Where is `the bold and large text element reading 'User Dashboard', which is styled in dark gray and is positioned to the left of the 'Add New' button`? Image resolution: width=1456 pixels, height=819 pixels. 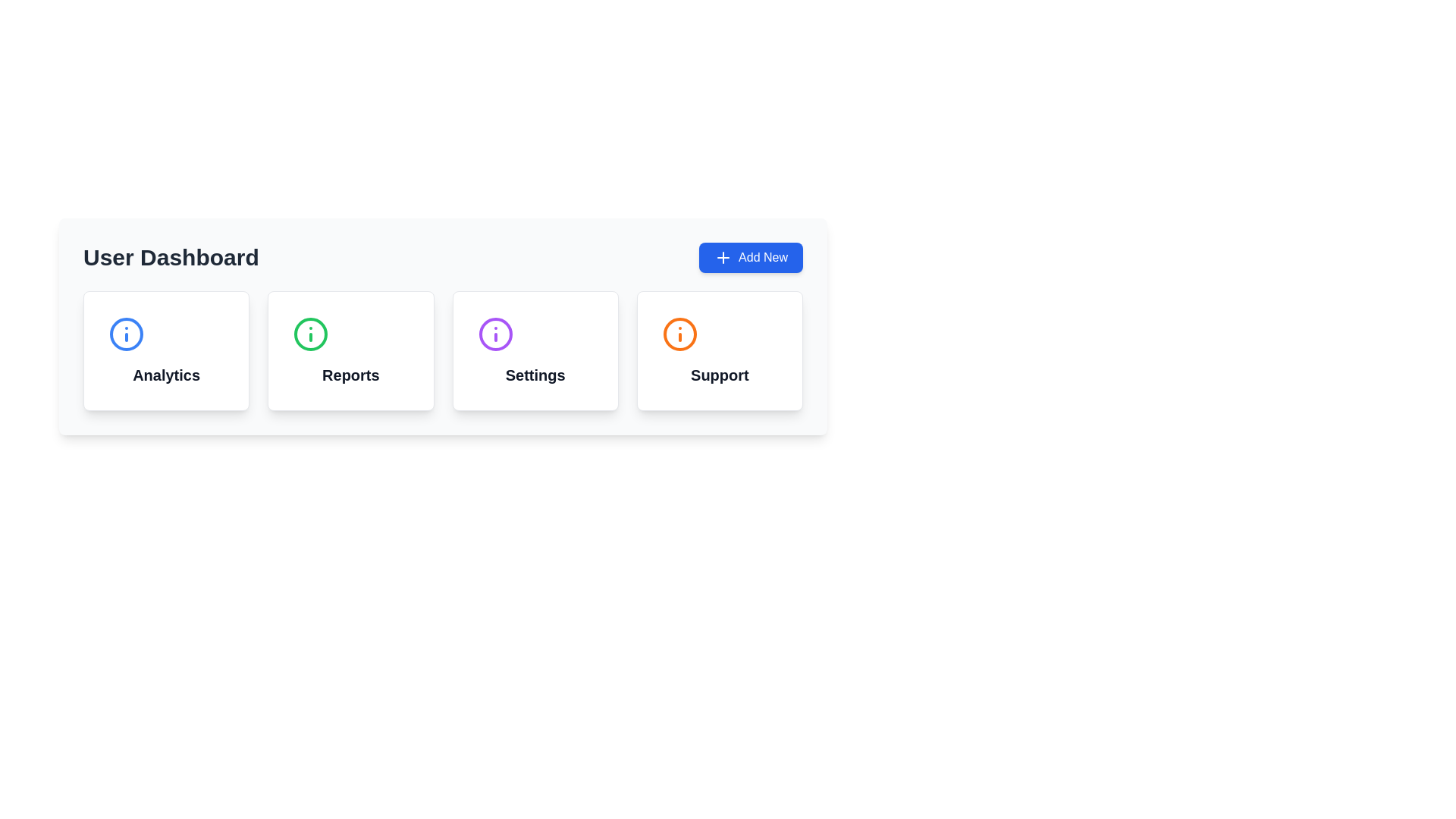
the bold and large text element reading 'User Dashboard', which is styled in dark gray and is positioned to the left of the 'Add New' button is located at coordinates (171, 256).